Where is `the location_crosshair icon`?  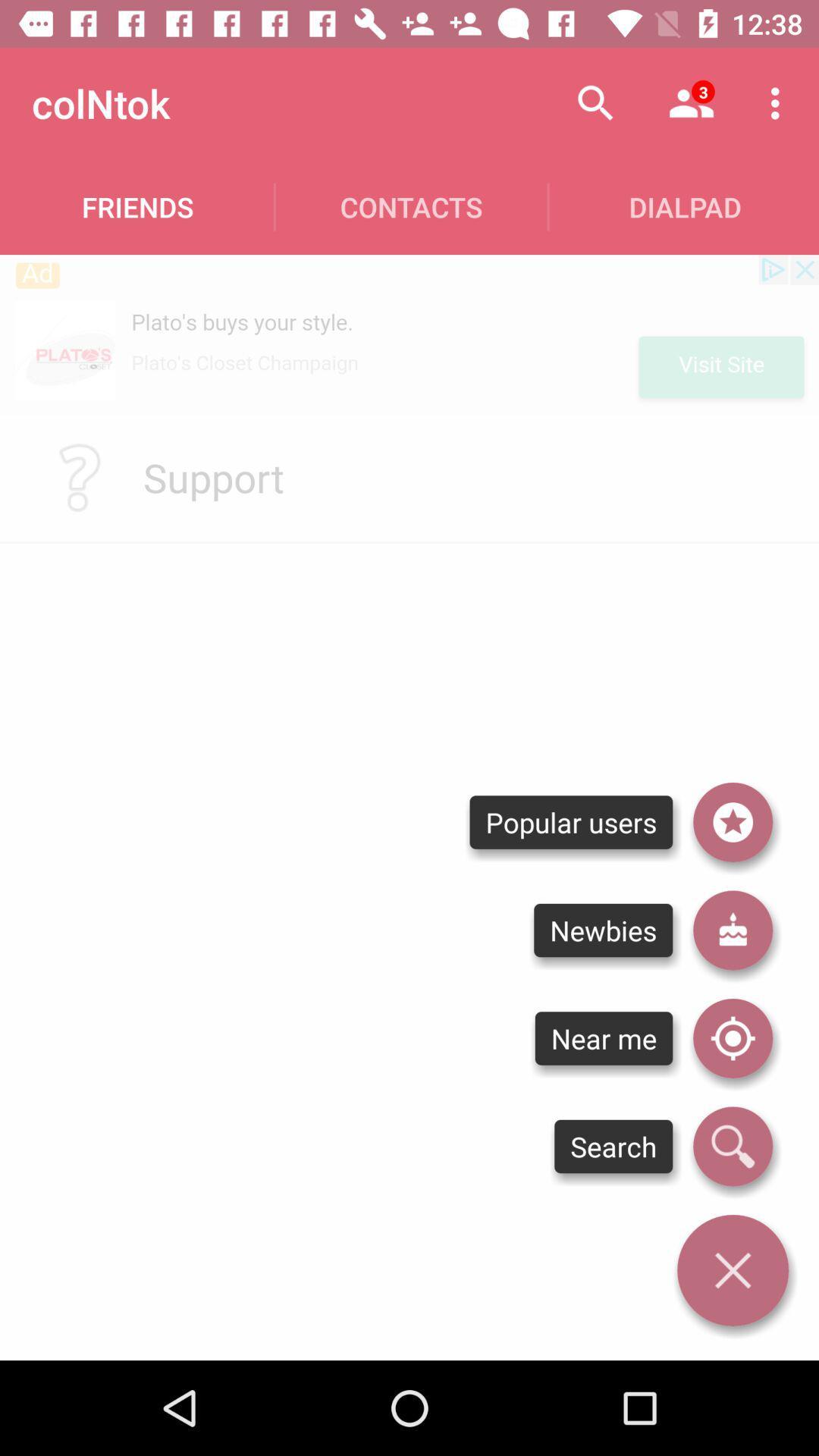 the location_crosshair icon is located at coordinates (732, 1037).